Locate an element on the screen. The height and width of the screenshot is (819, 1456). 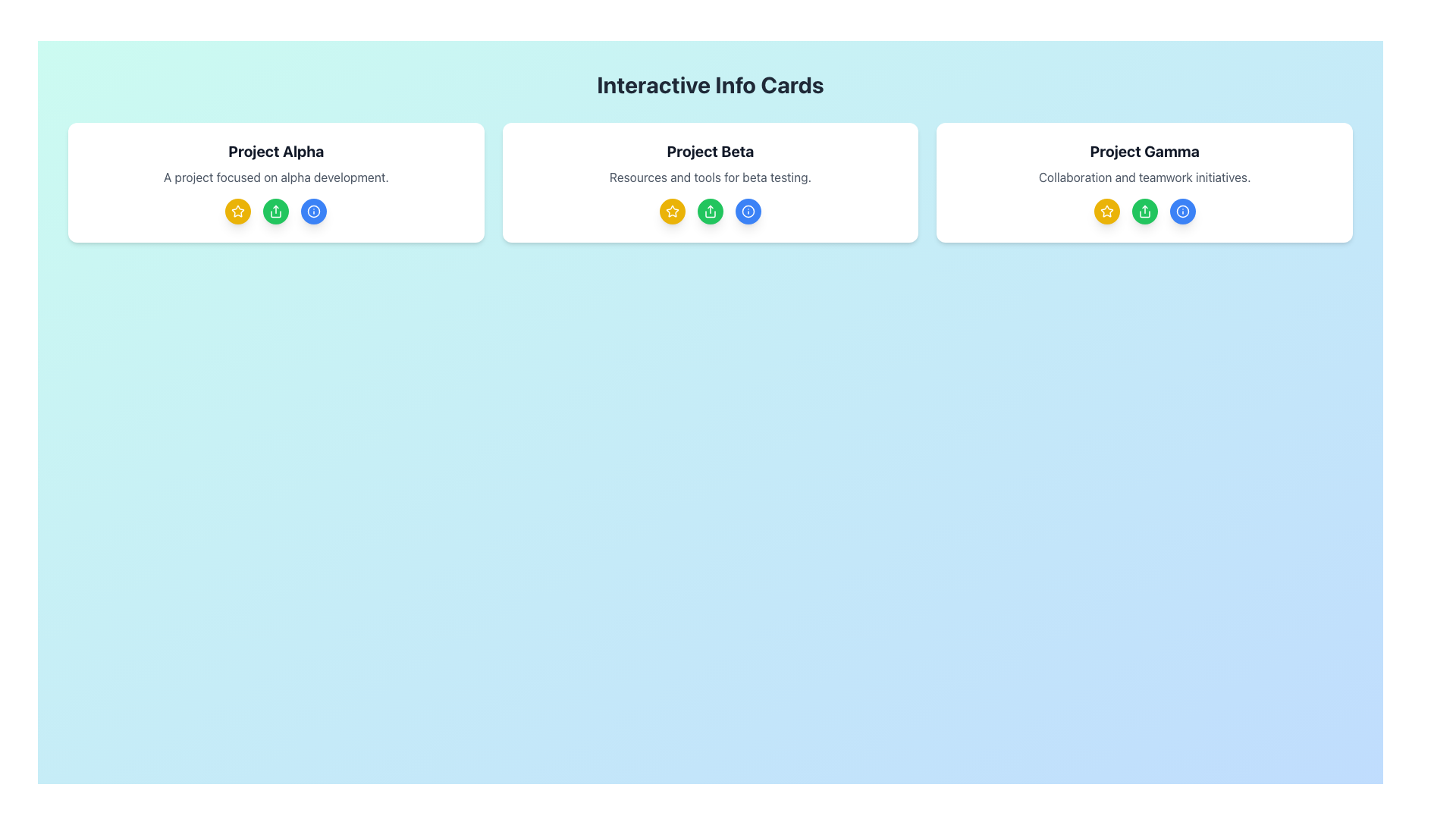
the small circular SVG icon with a blue background and white outline containing an info symbol, located in the lower right side of the Project Beta card, as the fourth icon from the left is located at coordinates (748, 211).